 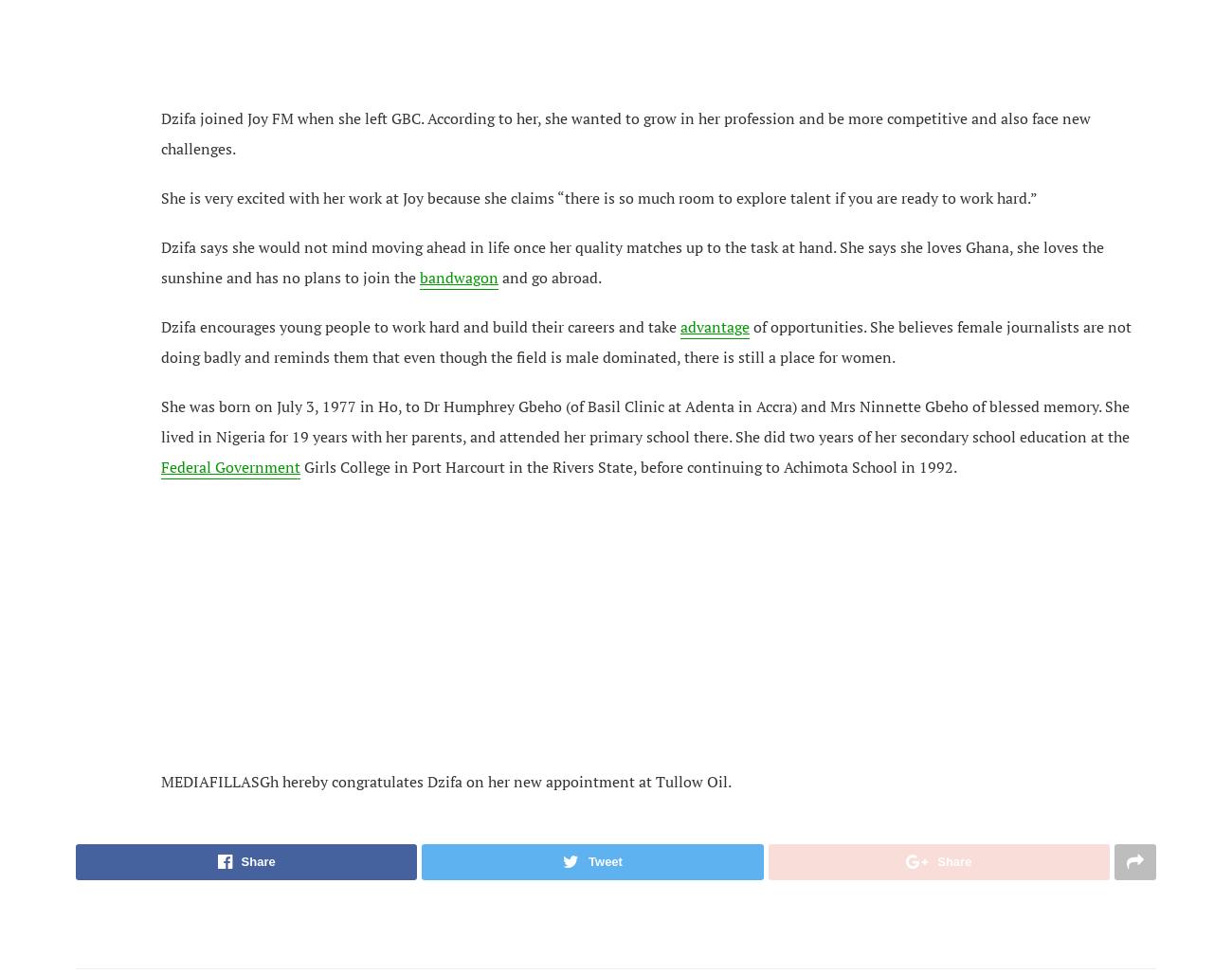 I want to click on 'and go abroad.', so click(x=498, y=276).